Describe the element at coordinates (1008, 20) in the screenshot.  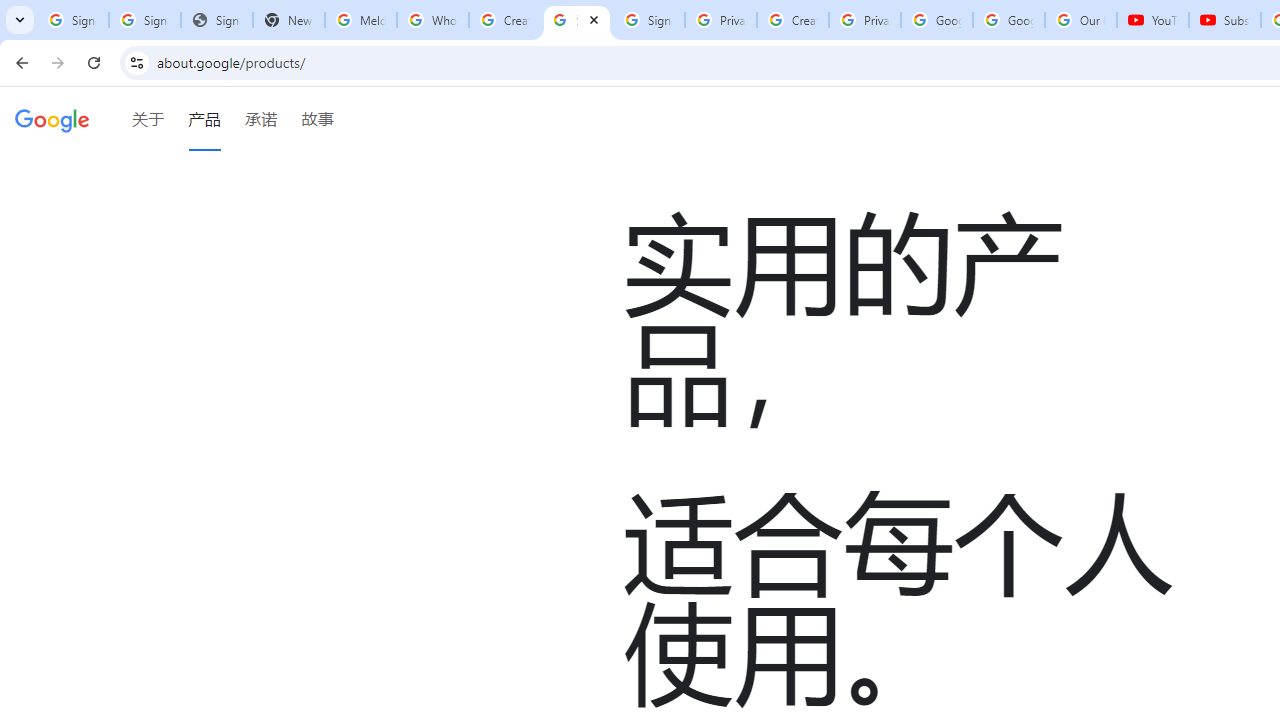
I see `'Google Account'` at that location.